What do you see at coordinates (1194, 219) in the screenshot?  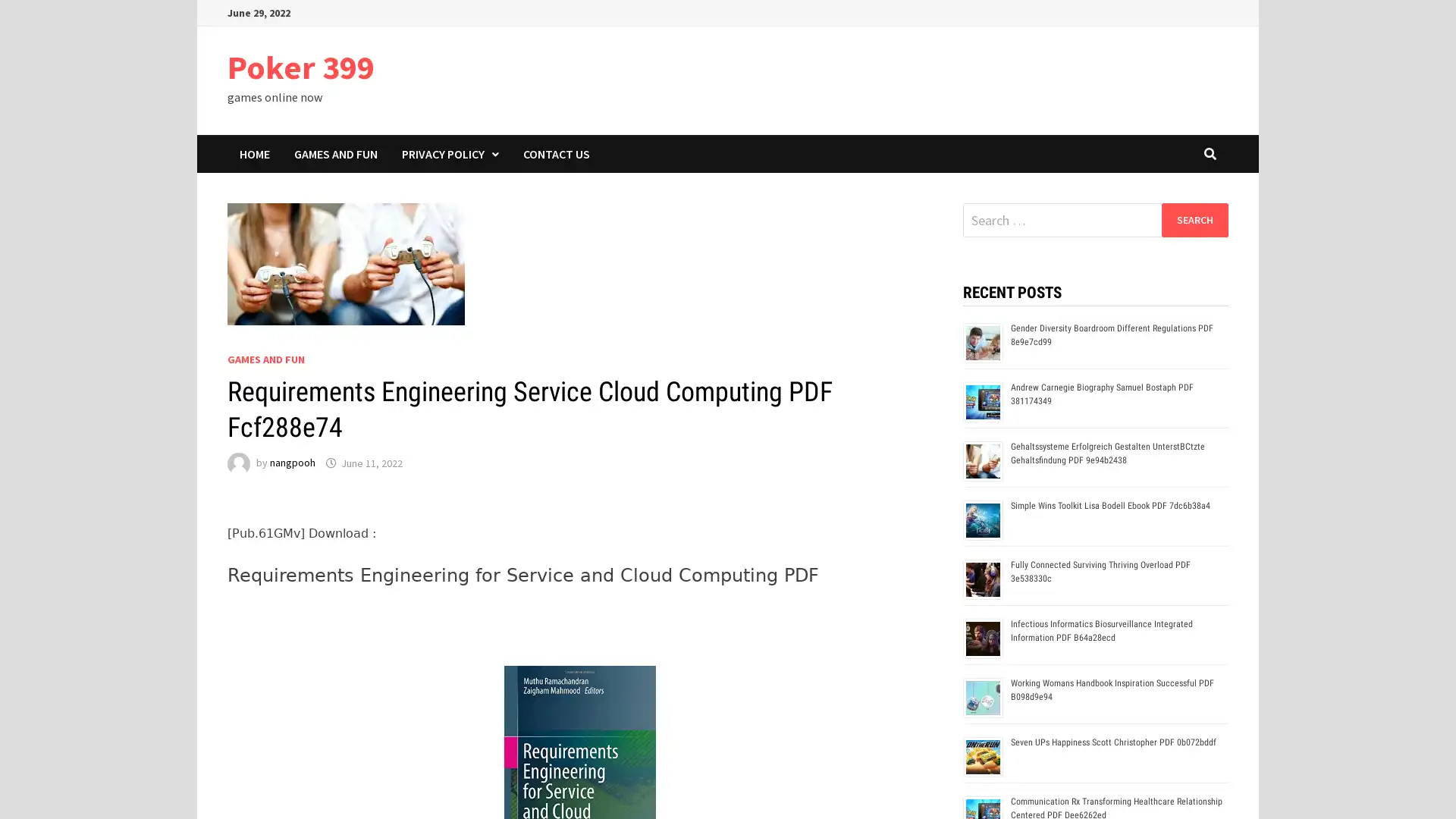 I see `Search` at bounding box center [1194, 219].